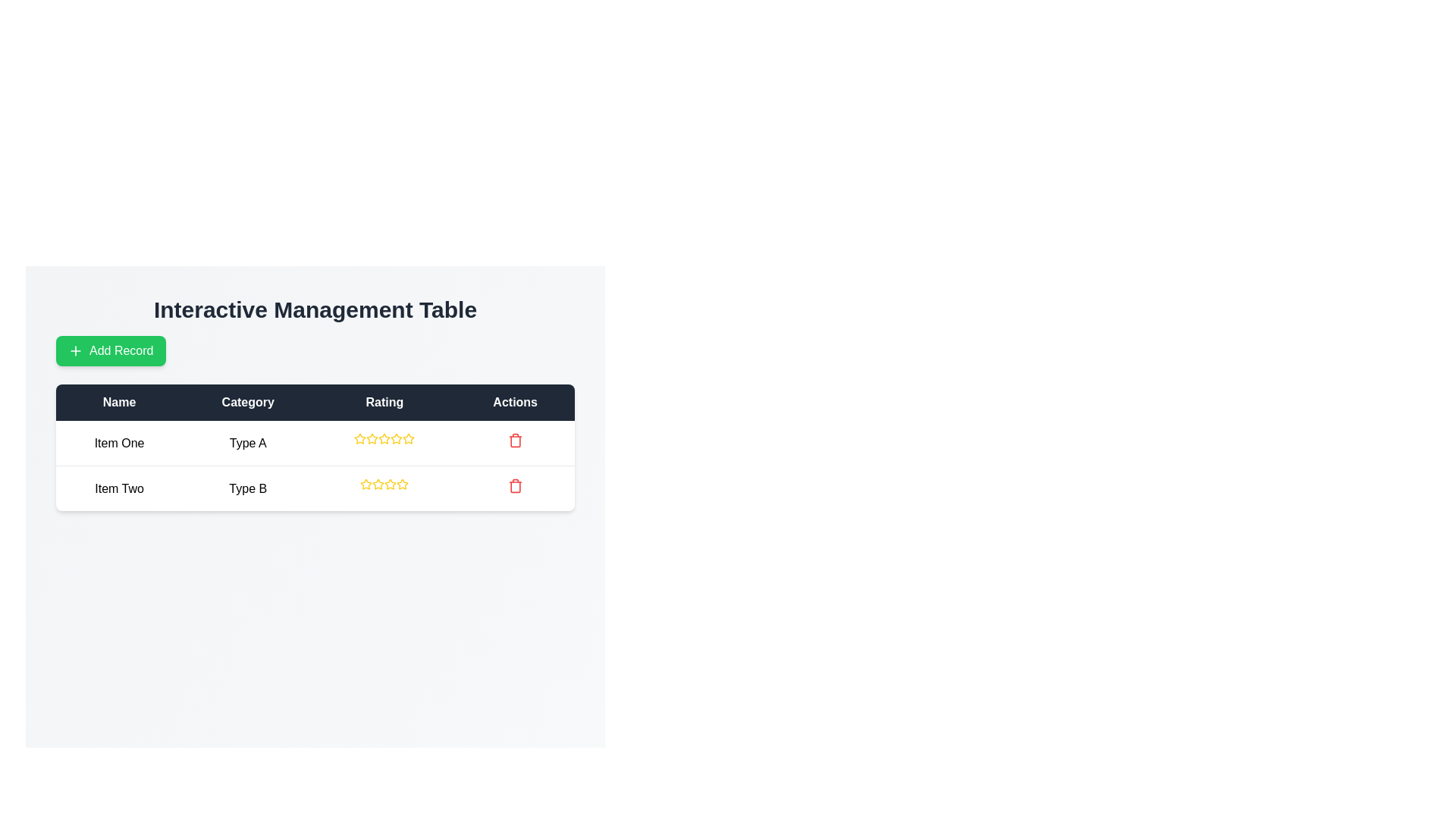 The image size is (1456, 819). What do you see at coordinates (378, 485) in the screenshot?
I see `the third star in the second row of the star rating component` at bounding box center [378, 485].